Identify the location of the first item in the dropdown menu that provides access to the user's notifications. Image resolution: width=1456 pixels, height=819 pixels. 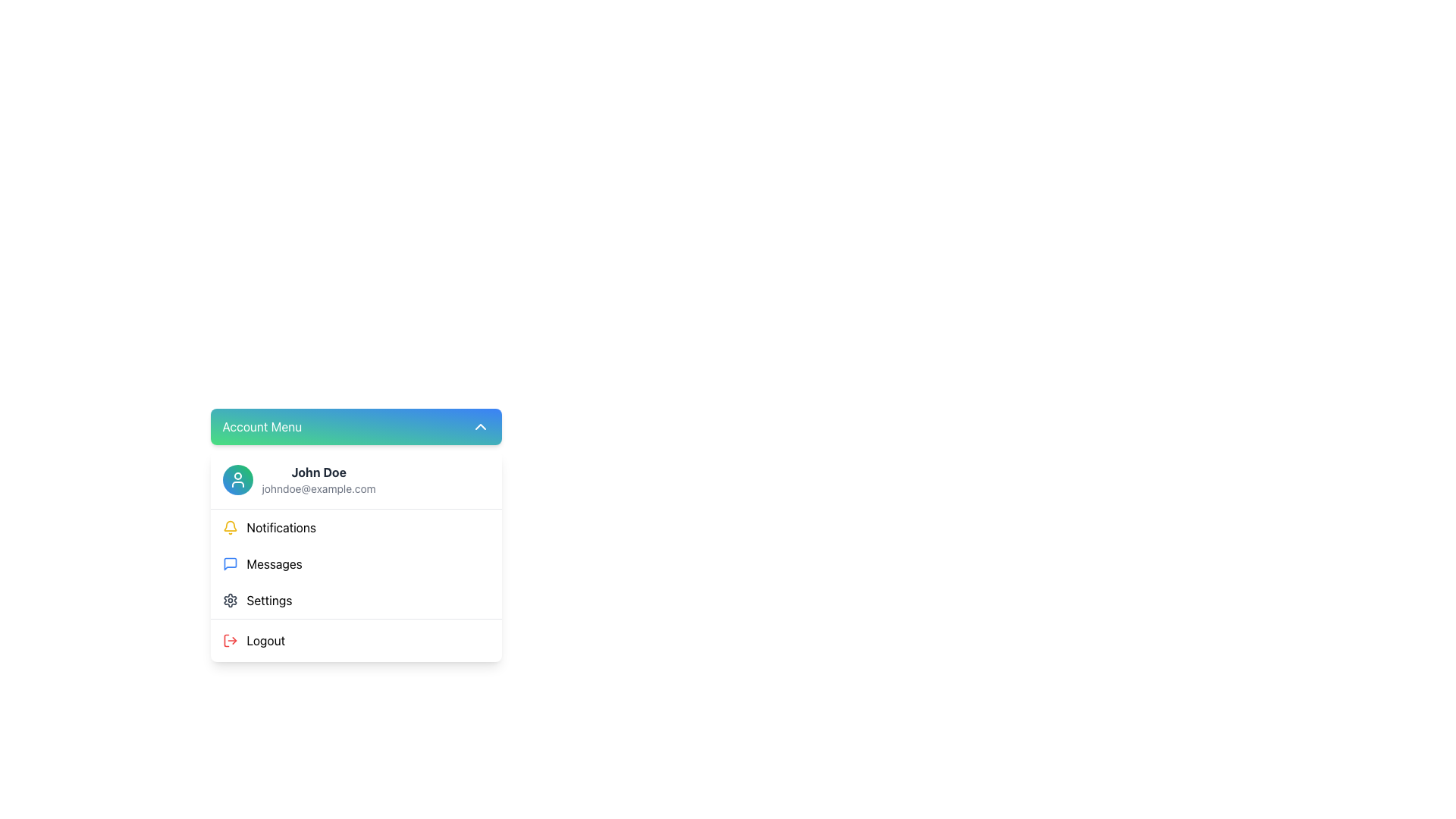
(355, 526).